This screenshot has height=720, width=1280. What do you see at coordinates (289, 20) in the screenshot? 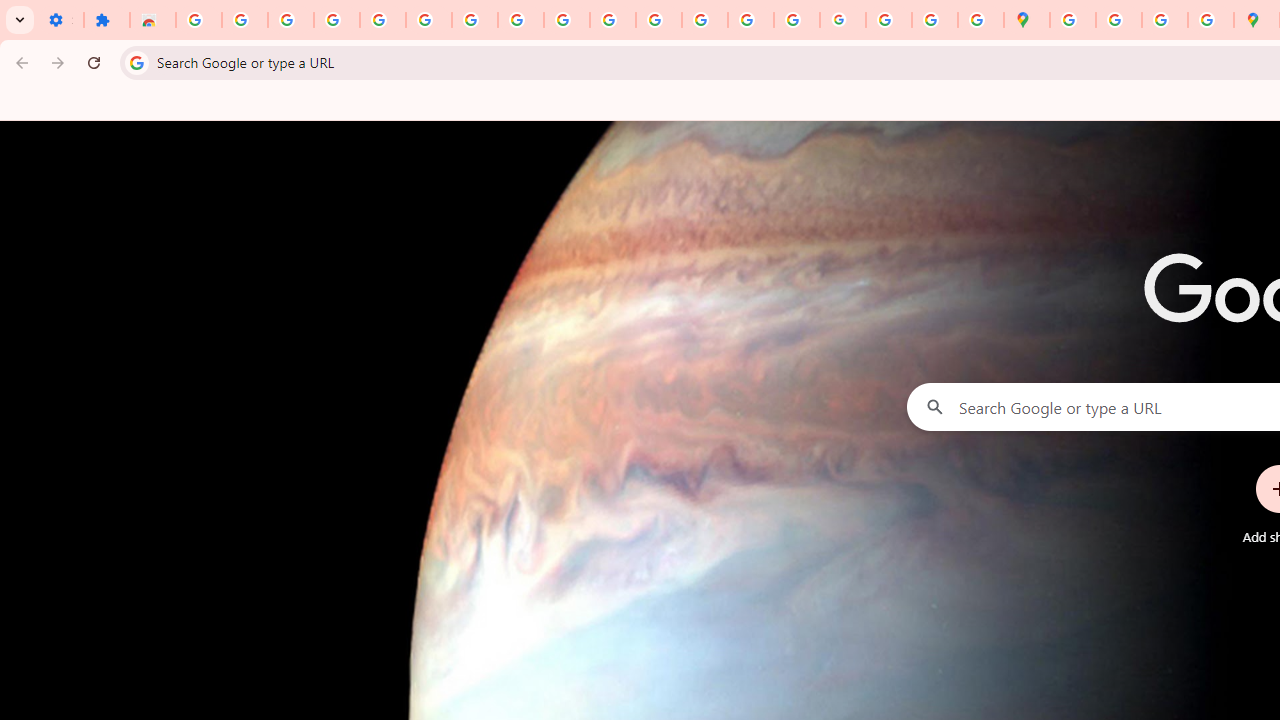
I see `'Delete photos & videos - Computer - Google Photos Help'` at bounding box center [289, 20].